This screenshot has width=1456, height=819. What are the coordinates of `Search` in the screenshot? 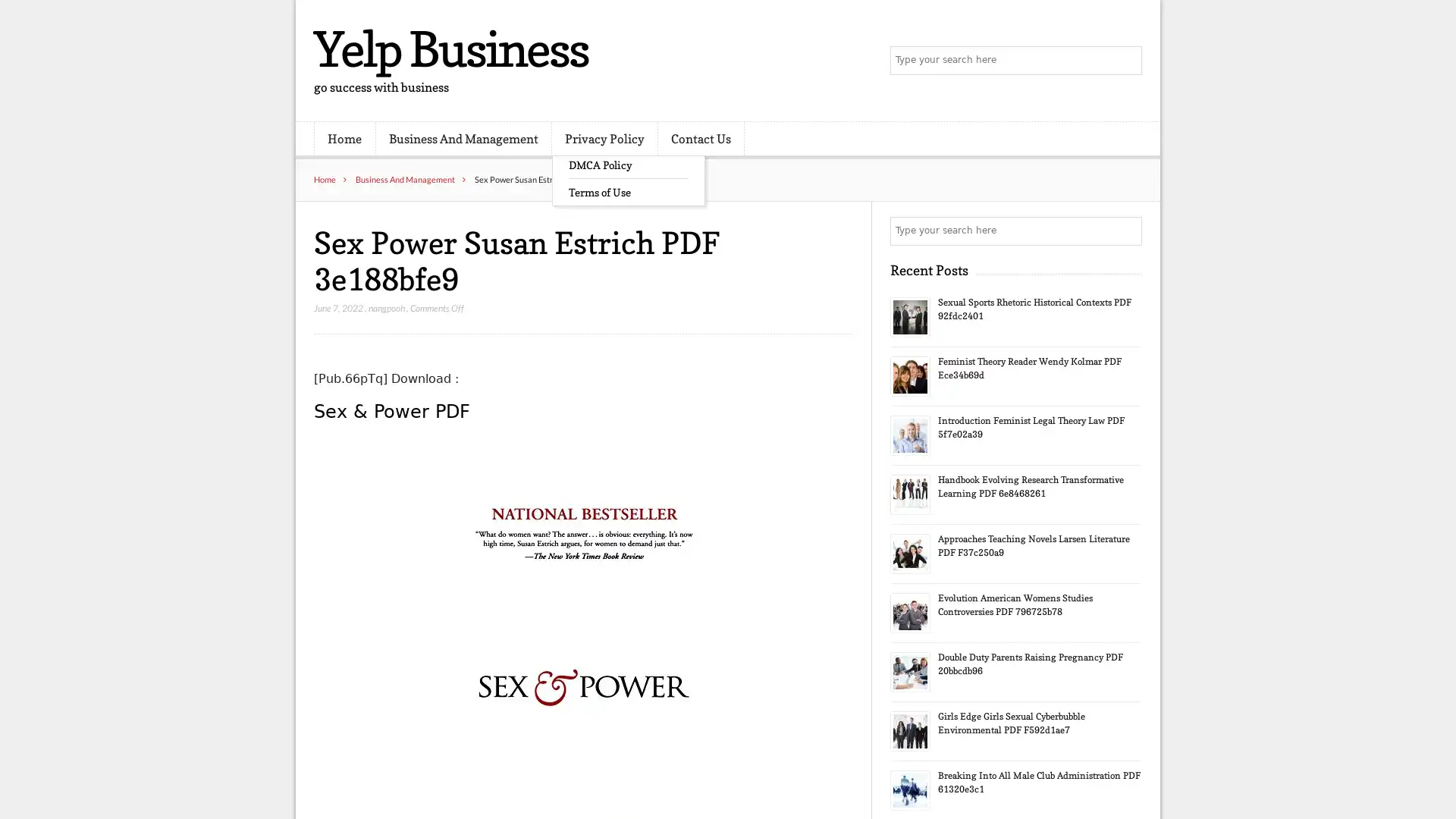 It's located at (1126, 231).